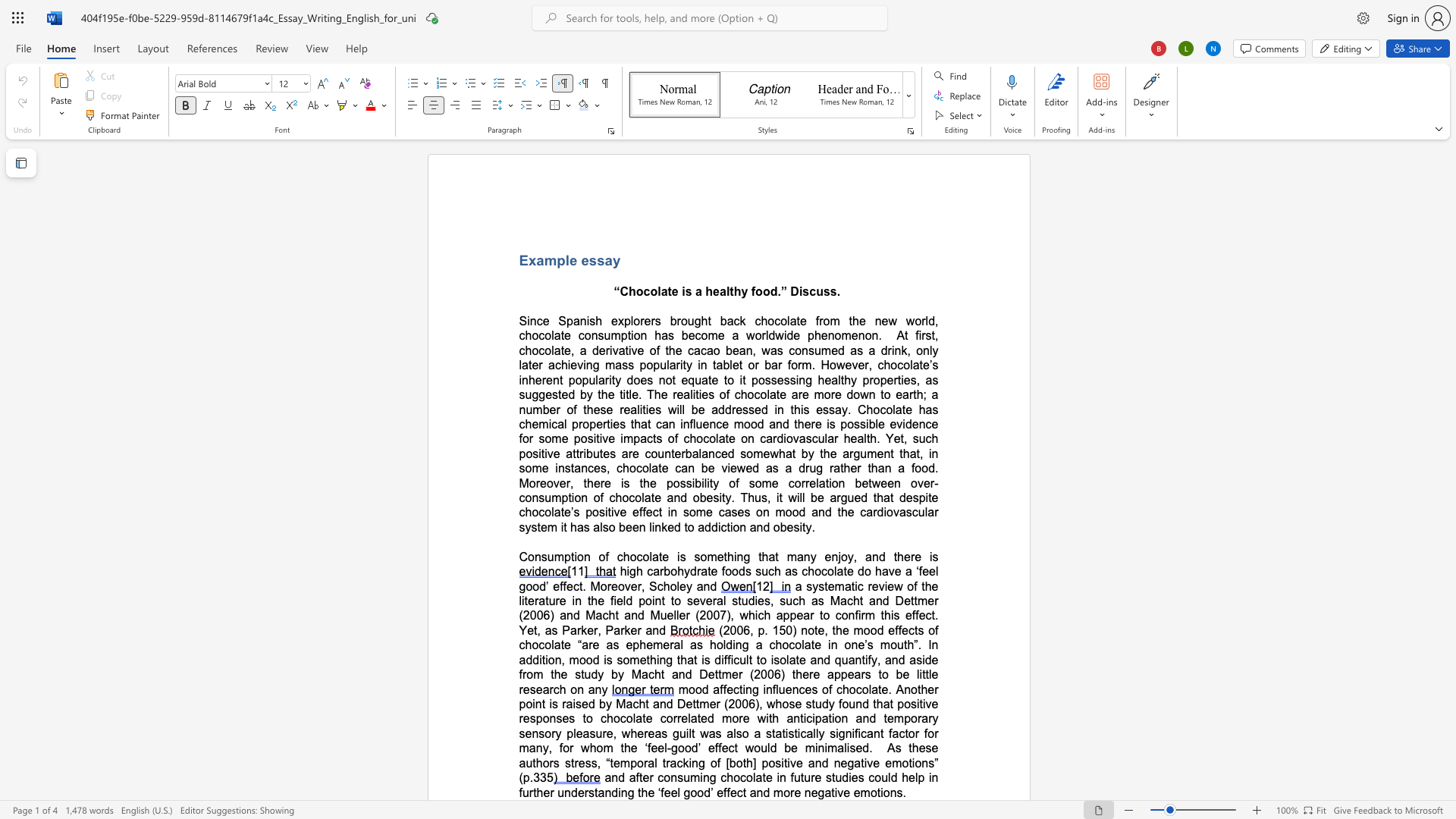  What do you see at coordinates (643, 365) in the screenshot?
I see `the 1th character "p" in the text` at bounding box center [643, 365].